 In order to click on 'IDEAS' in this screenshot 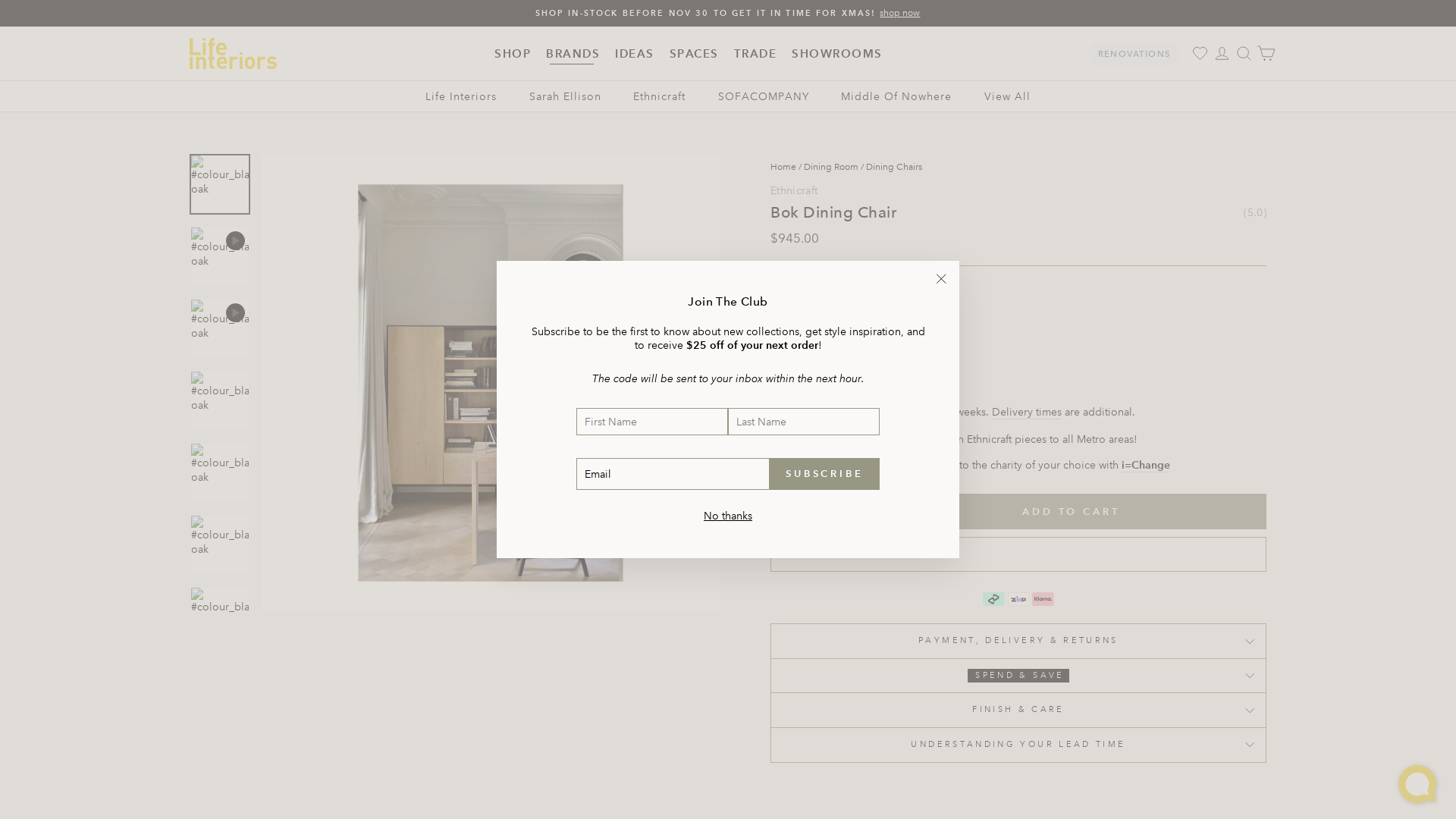, I will do `click(634, 52)`.